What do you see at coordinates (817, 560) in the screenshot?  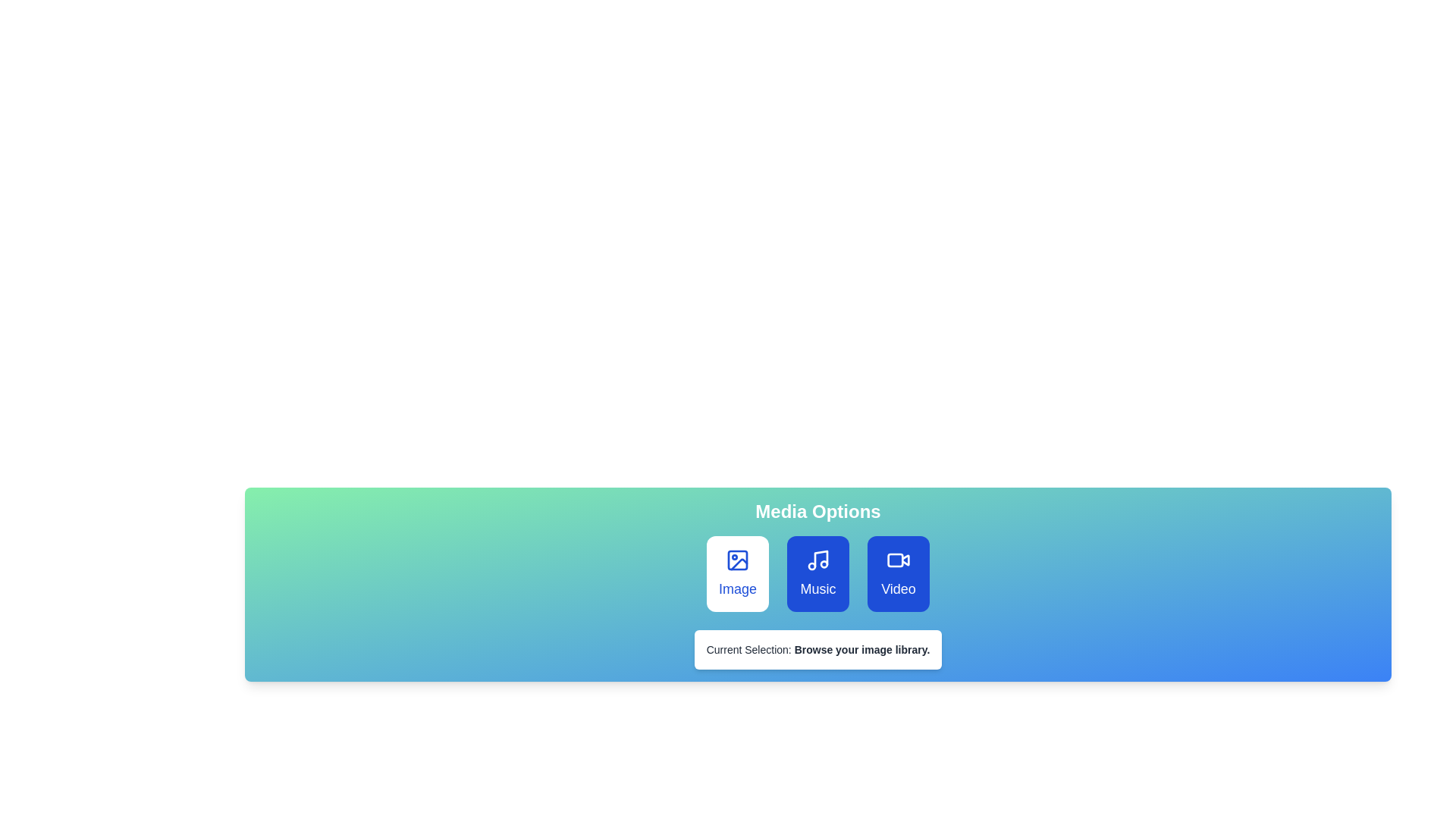 I see `the decorative 'Music' icon, which is centrally located within the media options group, positioned to the right of the 'Image' option and to the left of the 'Video' option` at bounding box center [817, 560].